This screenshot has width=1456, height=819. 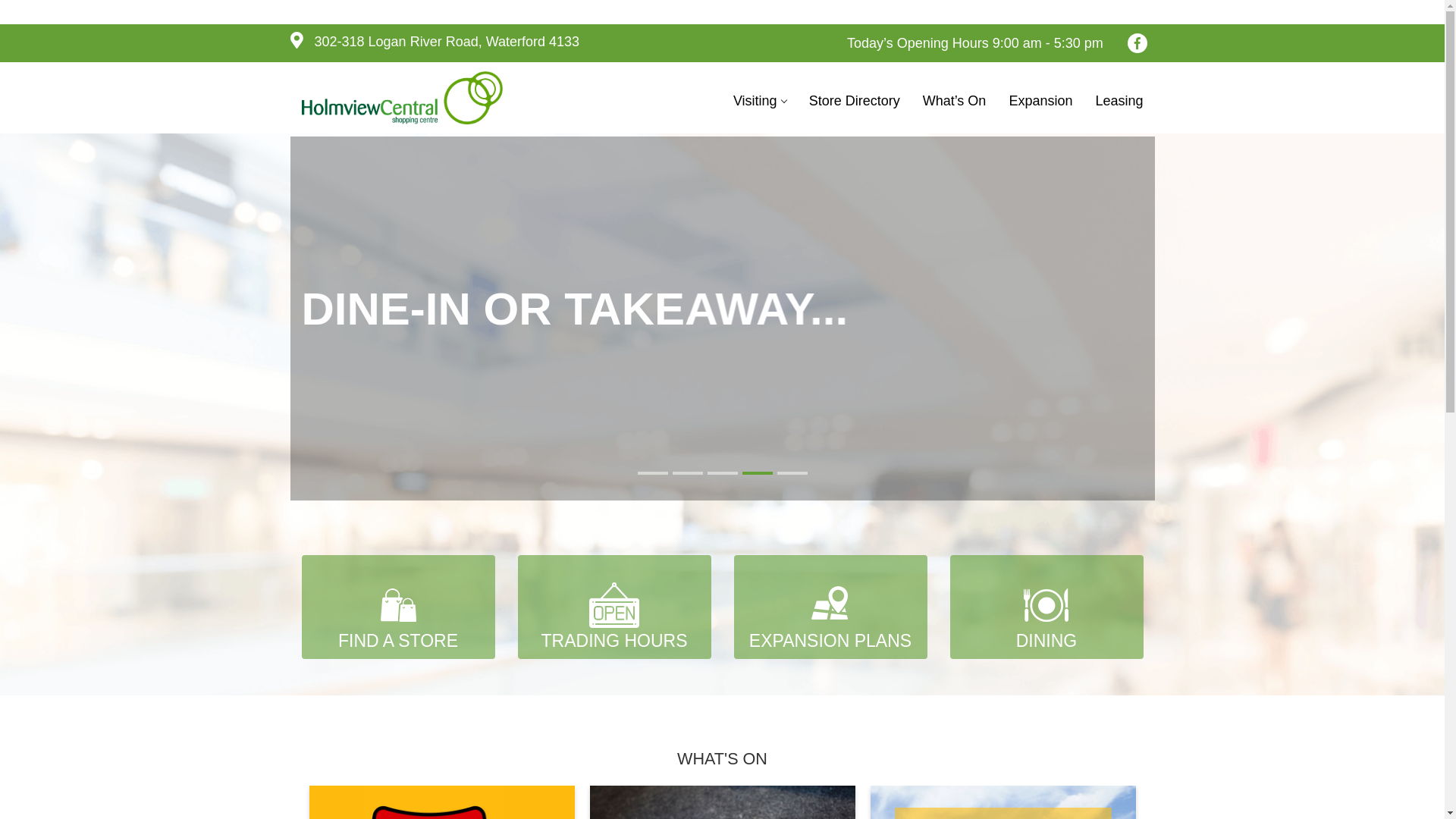 What do you see at coordinates (760, 99) in the screenshot?
I see `'Visiting'` at bounding box center [760, 99].